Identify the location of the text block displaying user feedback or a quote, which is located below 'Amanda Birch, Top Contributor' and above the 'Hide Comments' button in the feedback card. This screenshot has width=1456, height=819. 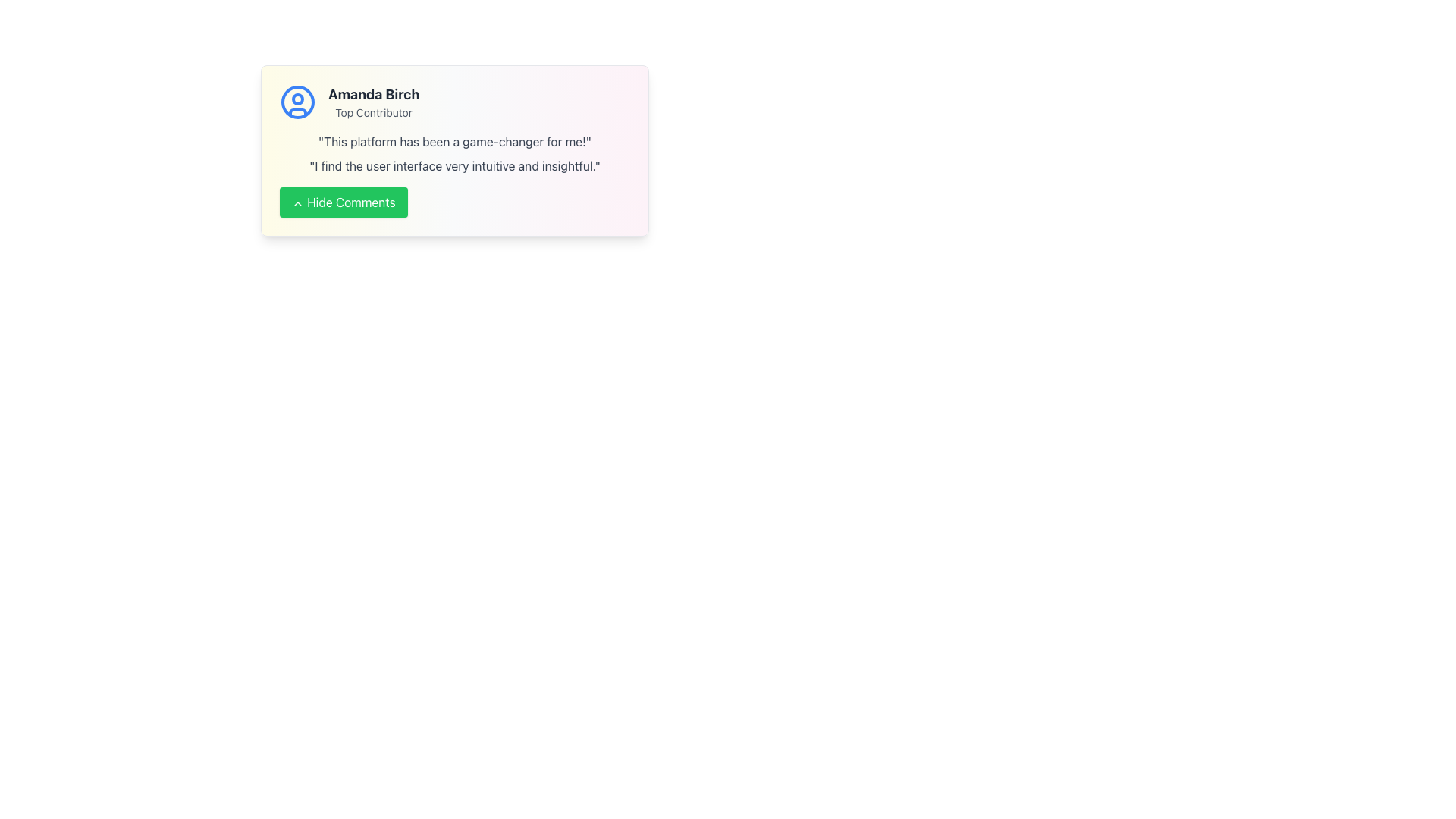
(454, 154).